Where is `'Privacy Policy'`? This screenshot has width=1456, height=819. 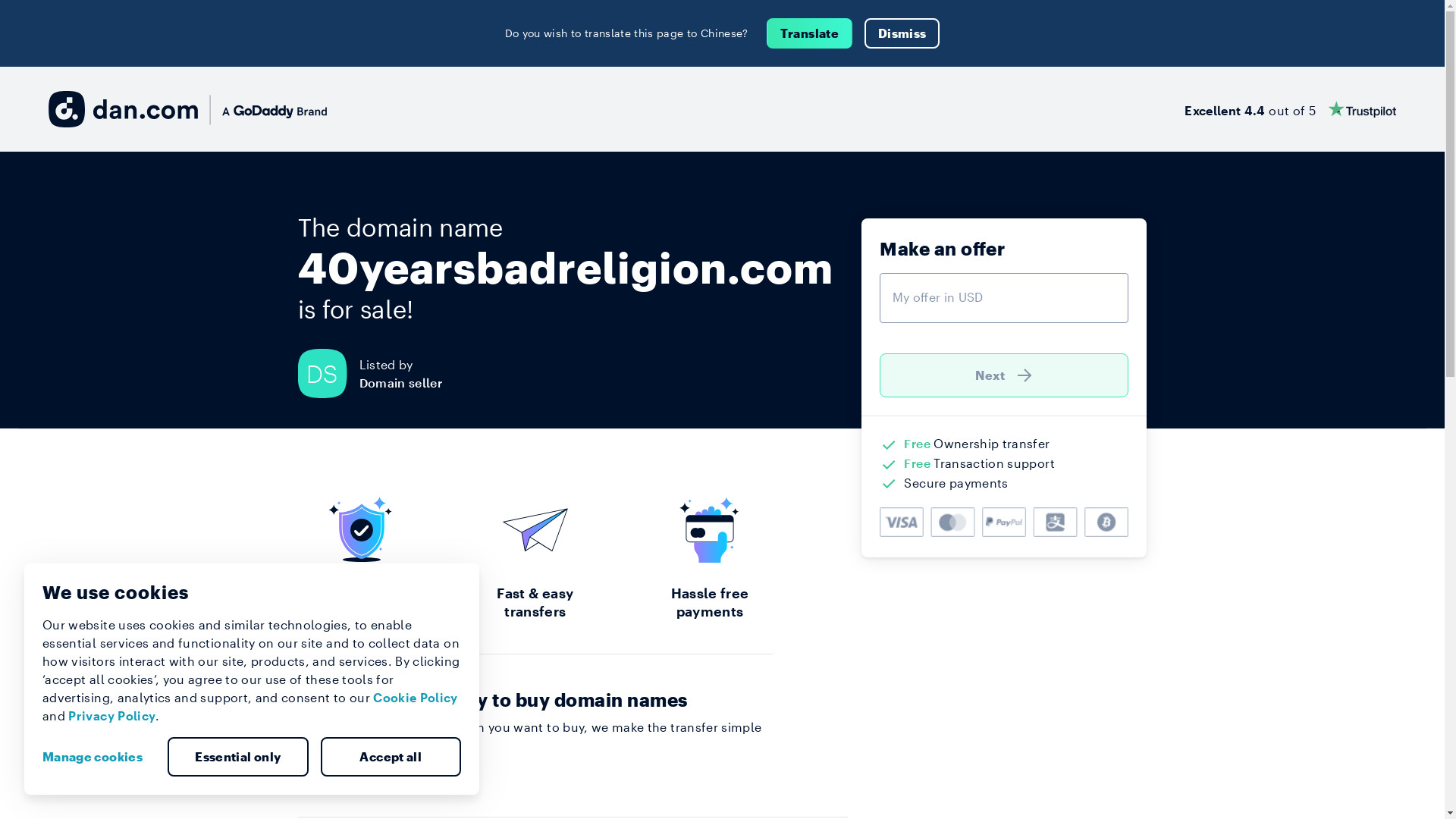 'Privacy Policy' is located at coordinates (111, 715).